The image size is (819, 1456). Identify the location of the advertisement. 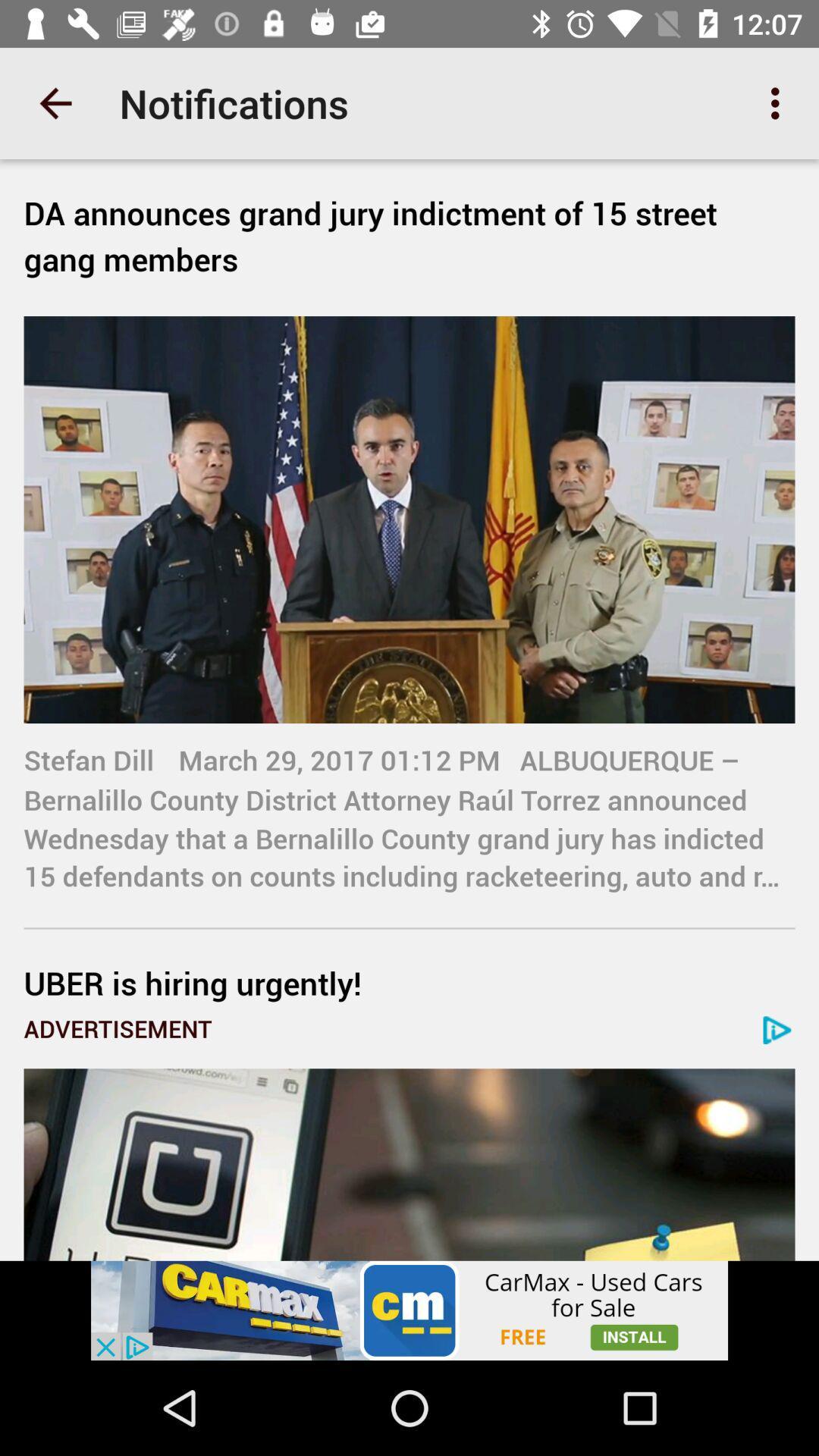
(409, 1310).